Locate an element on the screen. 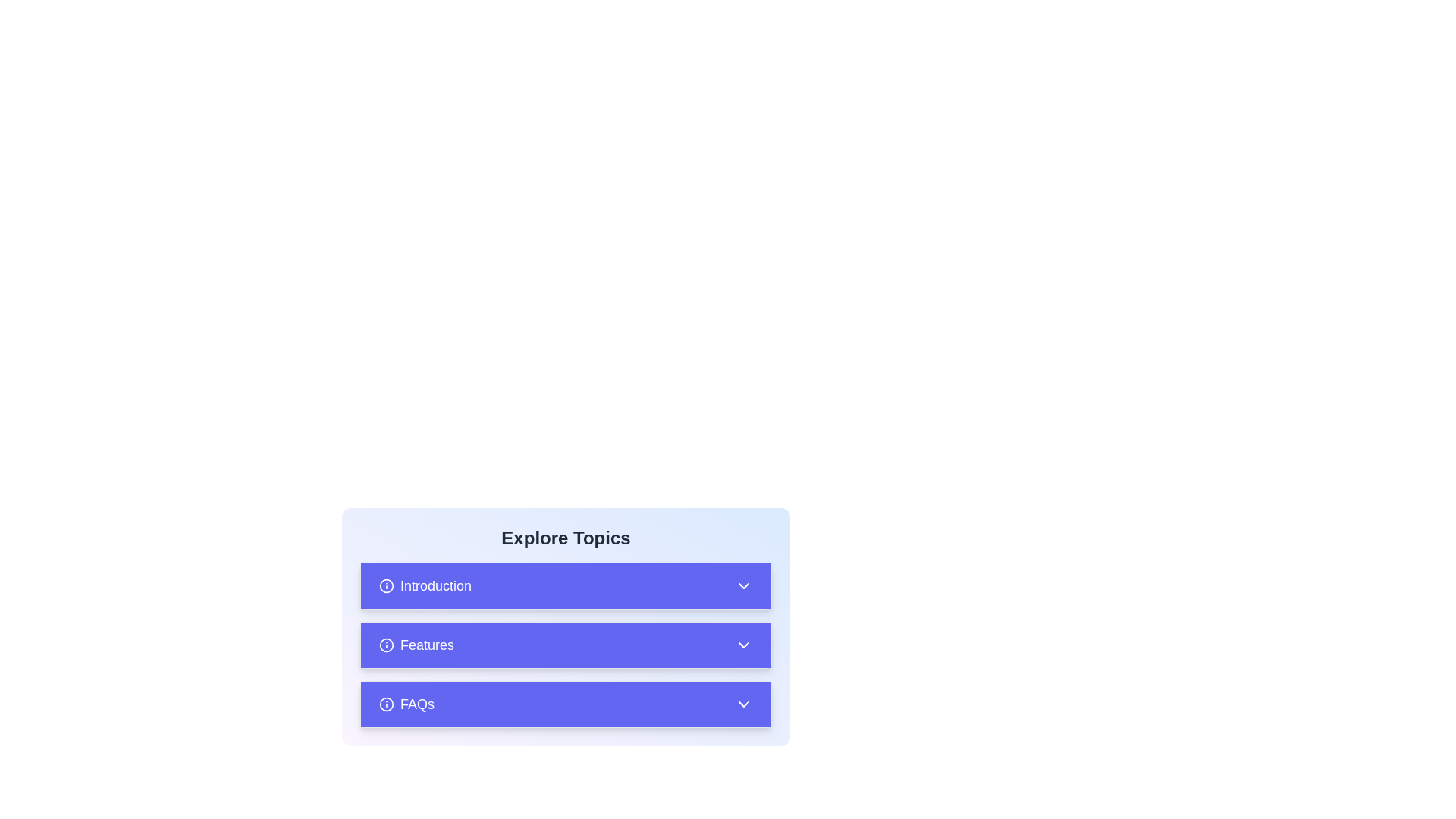  the graphical icon or decorative circle located in the 'Features' section of the 'Explore Topics' interface is located at coordinates (386, 645).